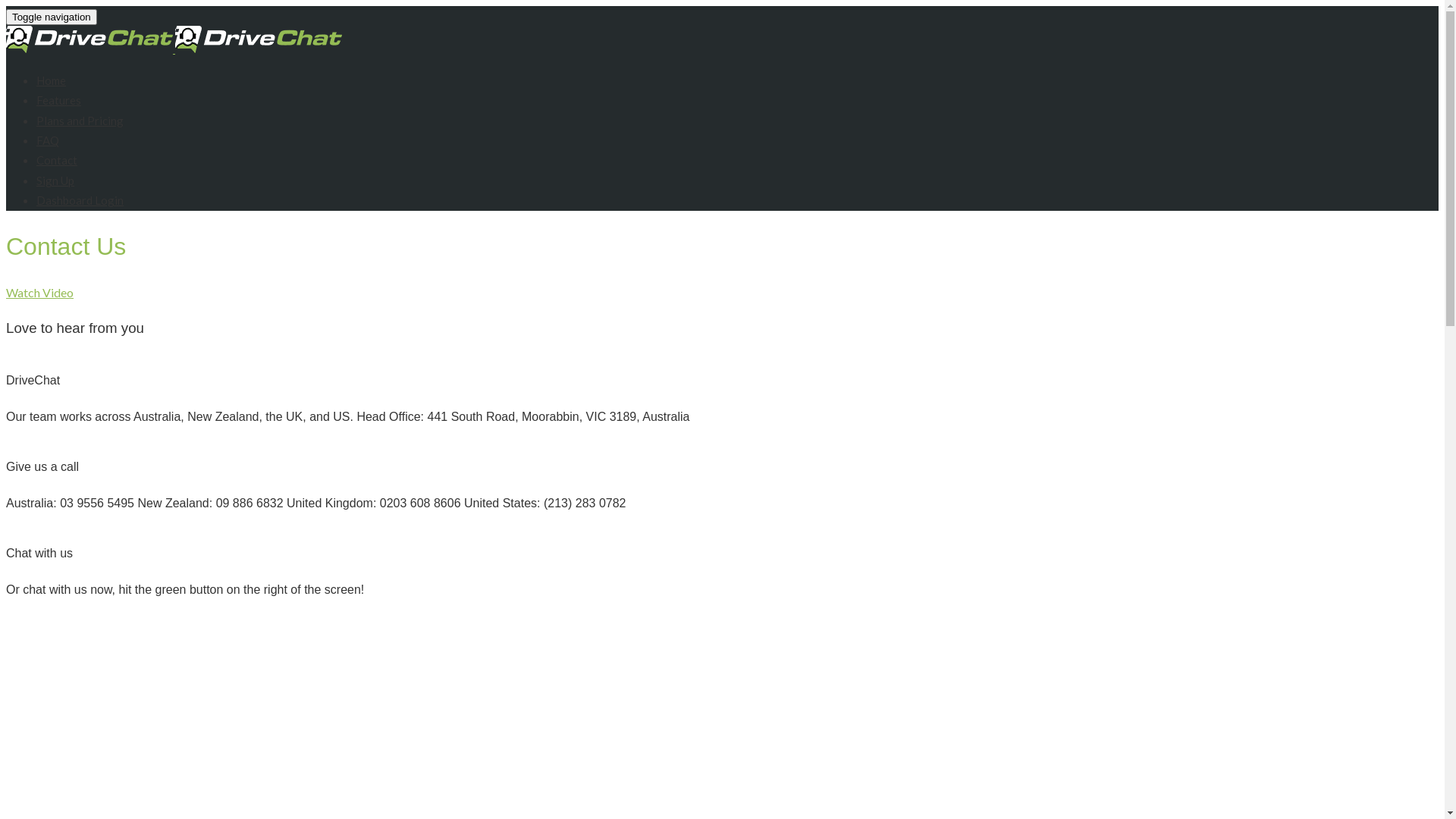  I want to click on 'Watch Video', so click(39, 292).